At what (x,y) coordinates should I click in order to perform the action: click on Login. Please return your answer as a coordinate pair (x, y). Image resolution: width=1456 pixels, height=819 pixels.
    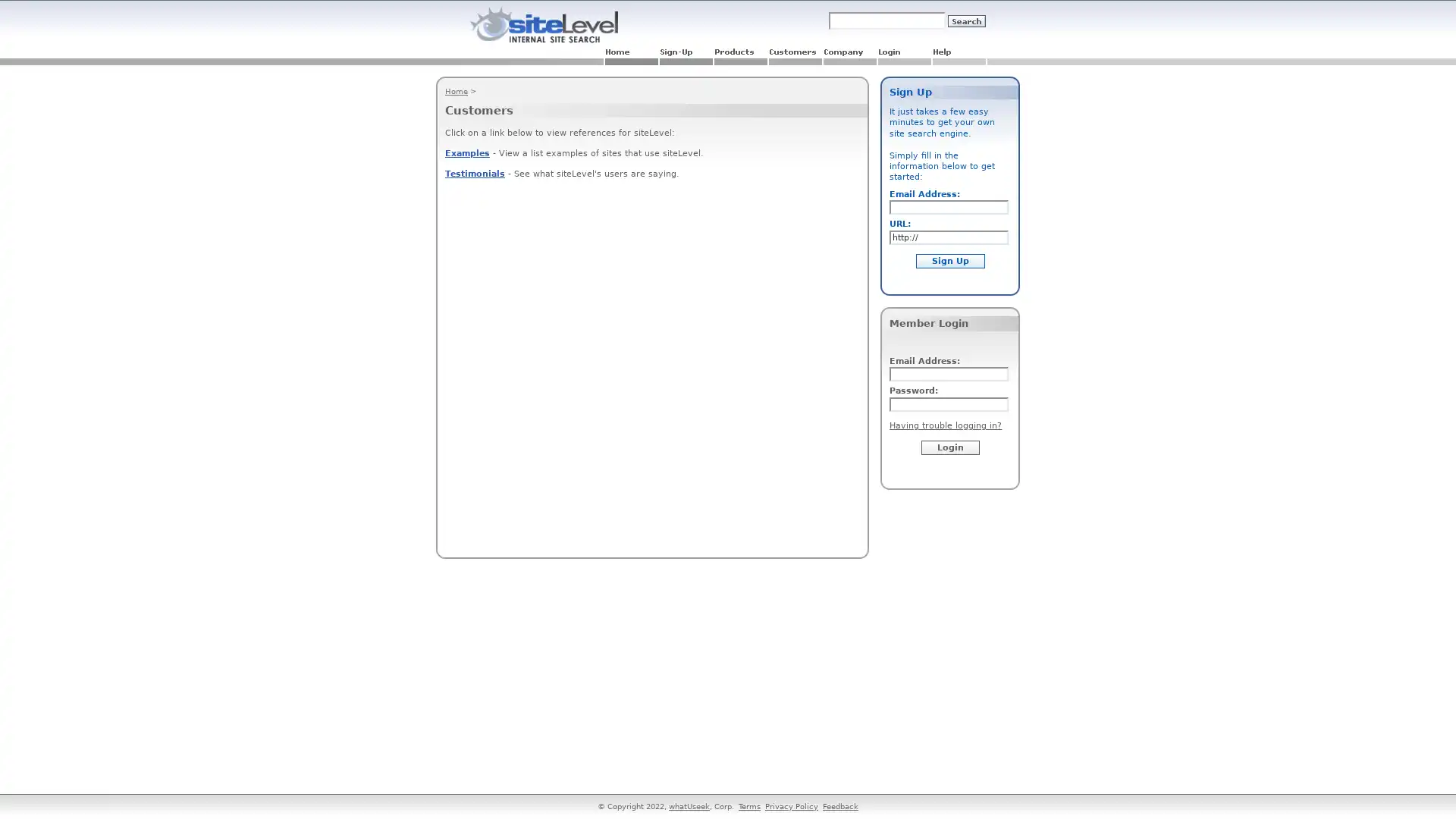
    Looking at the image, I should click on (949, 447).